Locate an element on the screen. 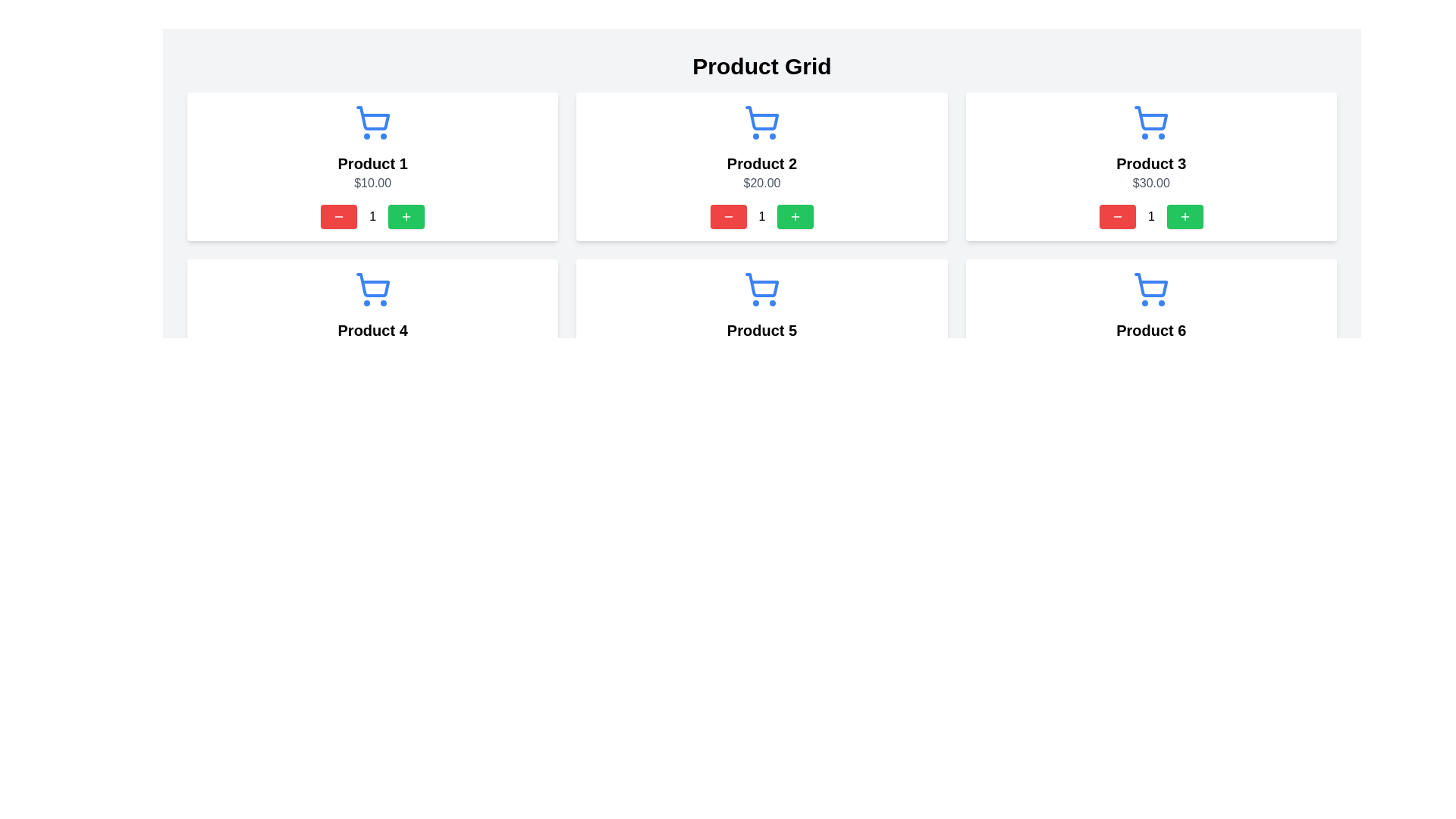 The image size is (1456, 819). the blue shopping cart icon located above the text 'Product 3' and '$30.00' is located at coordinates (1151, 118).